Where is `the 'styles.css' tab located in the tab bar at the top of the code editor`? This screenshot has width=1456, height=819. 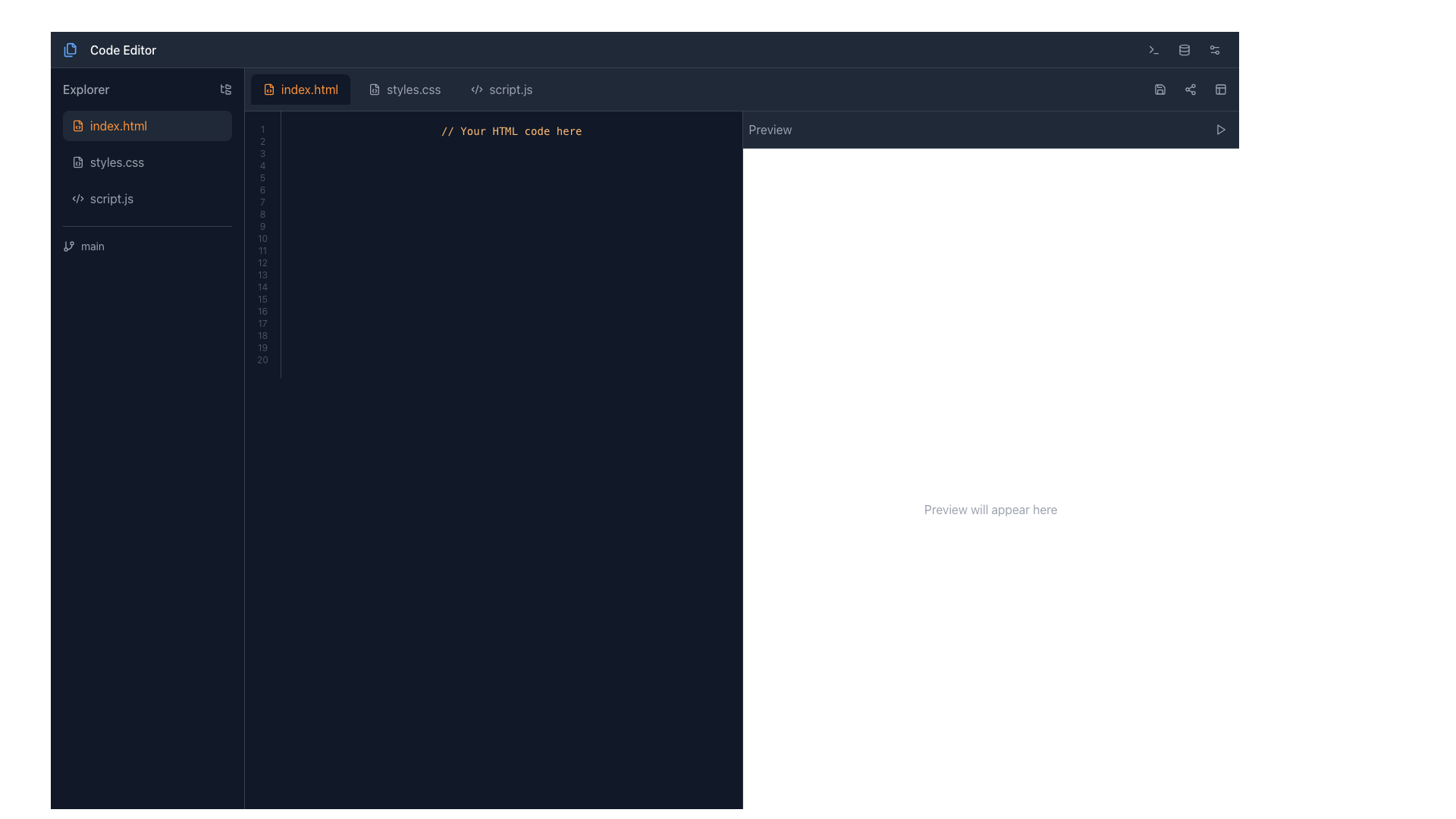 the 'styles.css' tab located in the tab bar at the top of the code editor is located at coordinates (397, 89).